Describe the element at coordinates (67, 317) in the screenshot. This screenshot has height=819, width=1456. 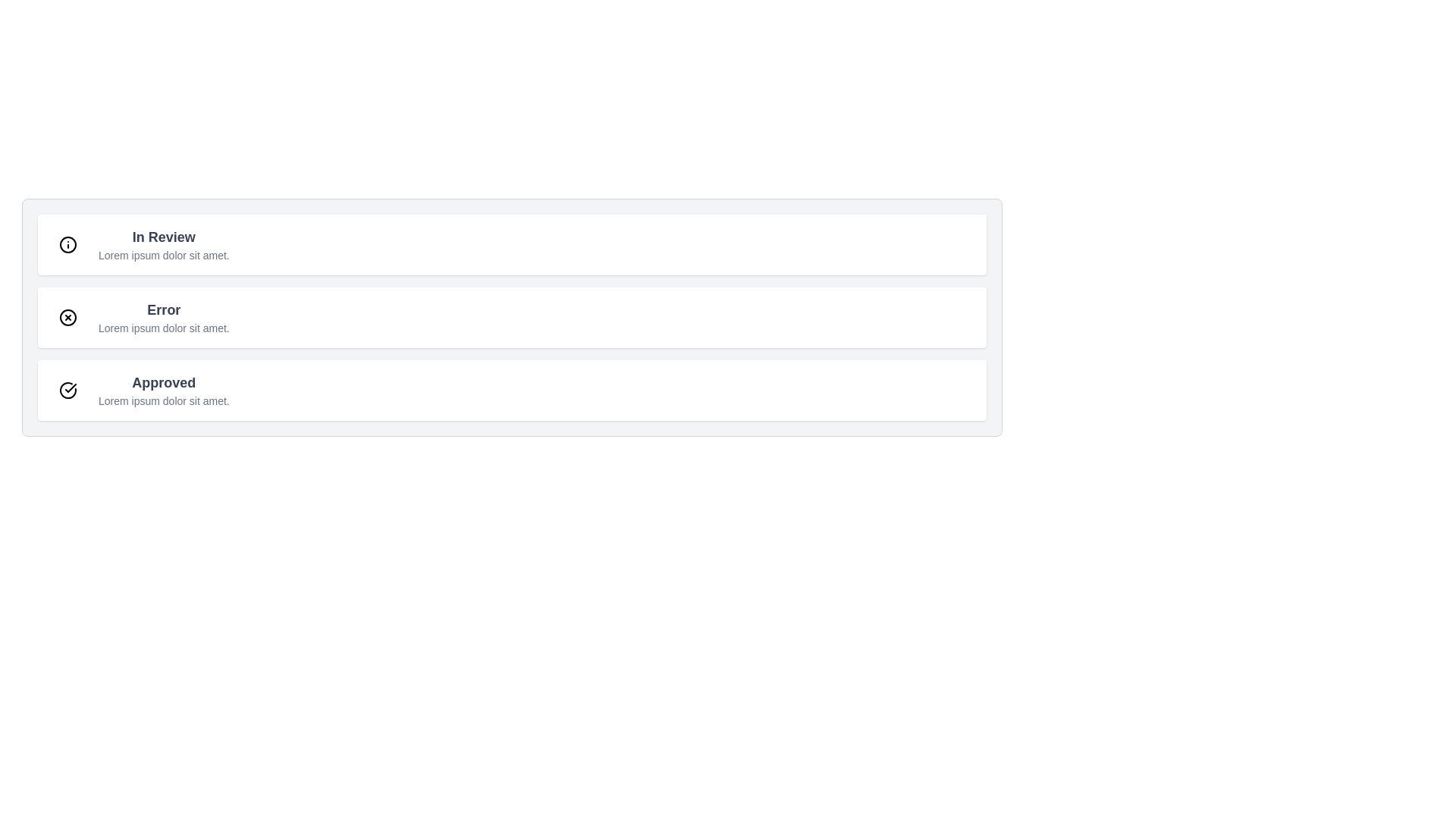
I see `the red circular icon with a white 'X' that represents an error or closure operation, located in the second row of the vertically stacked list labeled 'Error'` at that location.